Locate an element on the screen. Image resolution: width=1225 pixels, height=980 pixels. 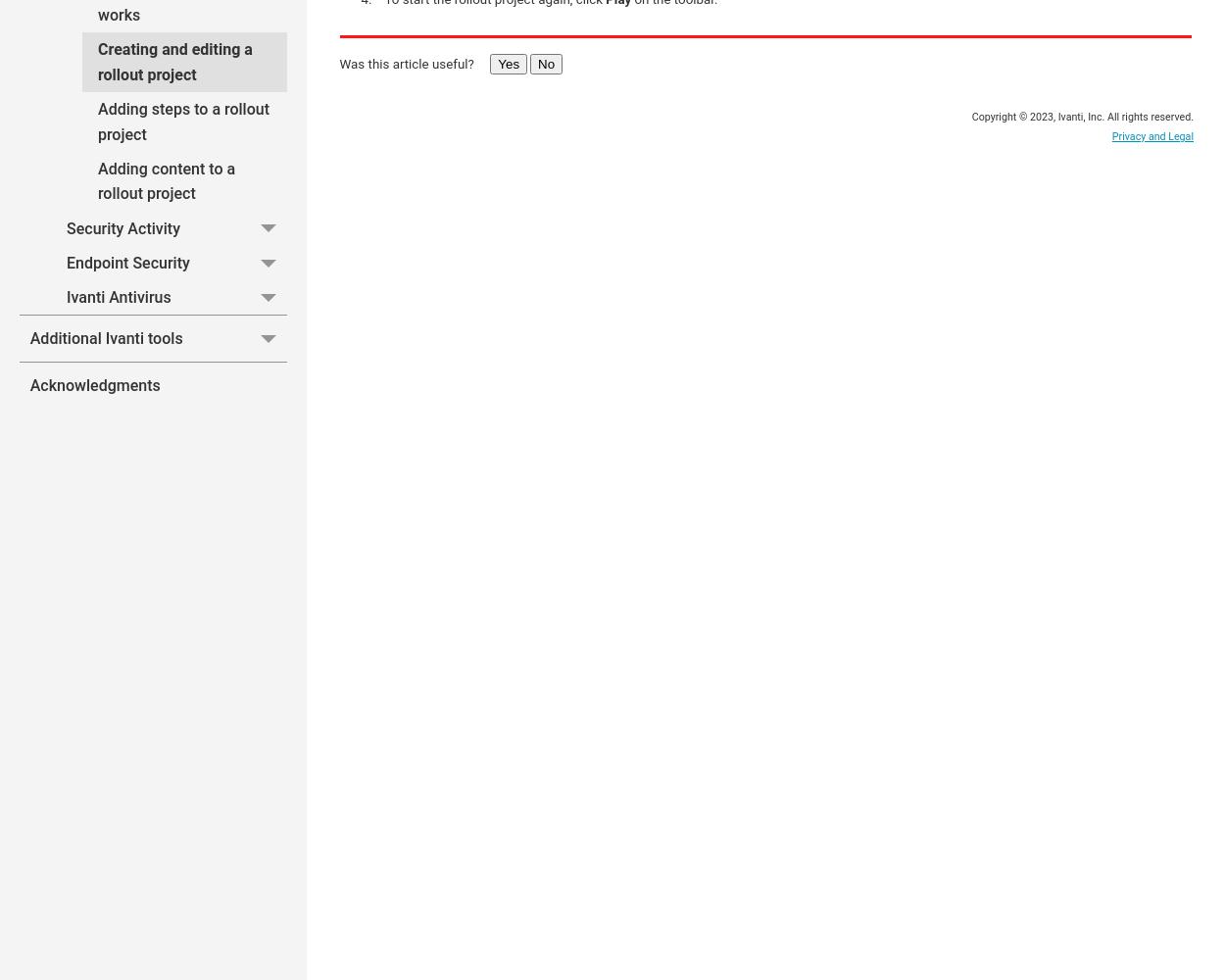
'Creating and editing a rollout project' is located at coordinates (174, 61).